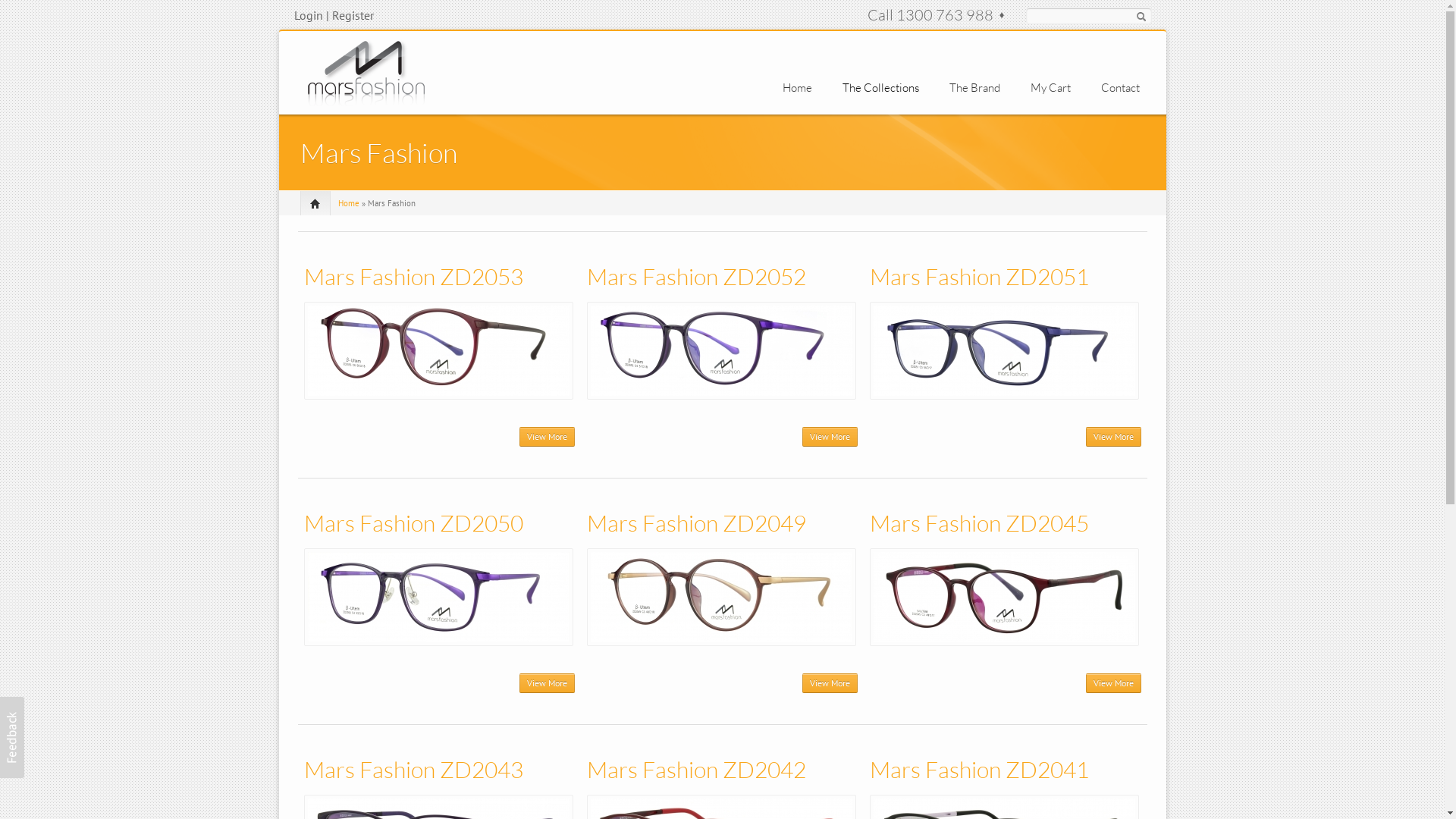 Image resolution: width=1456 pixels, height=819 pixels. Describe the element at coordinates (1087, 15) in the screenshot. I see `'Enter the terms you wish to search for.'` at that location.